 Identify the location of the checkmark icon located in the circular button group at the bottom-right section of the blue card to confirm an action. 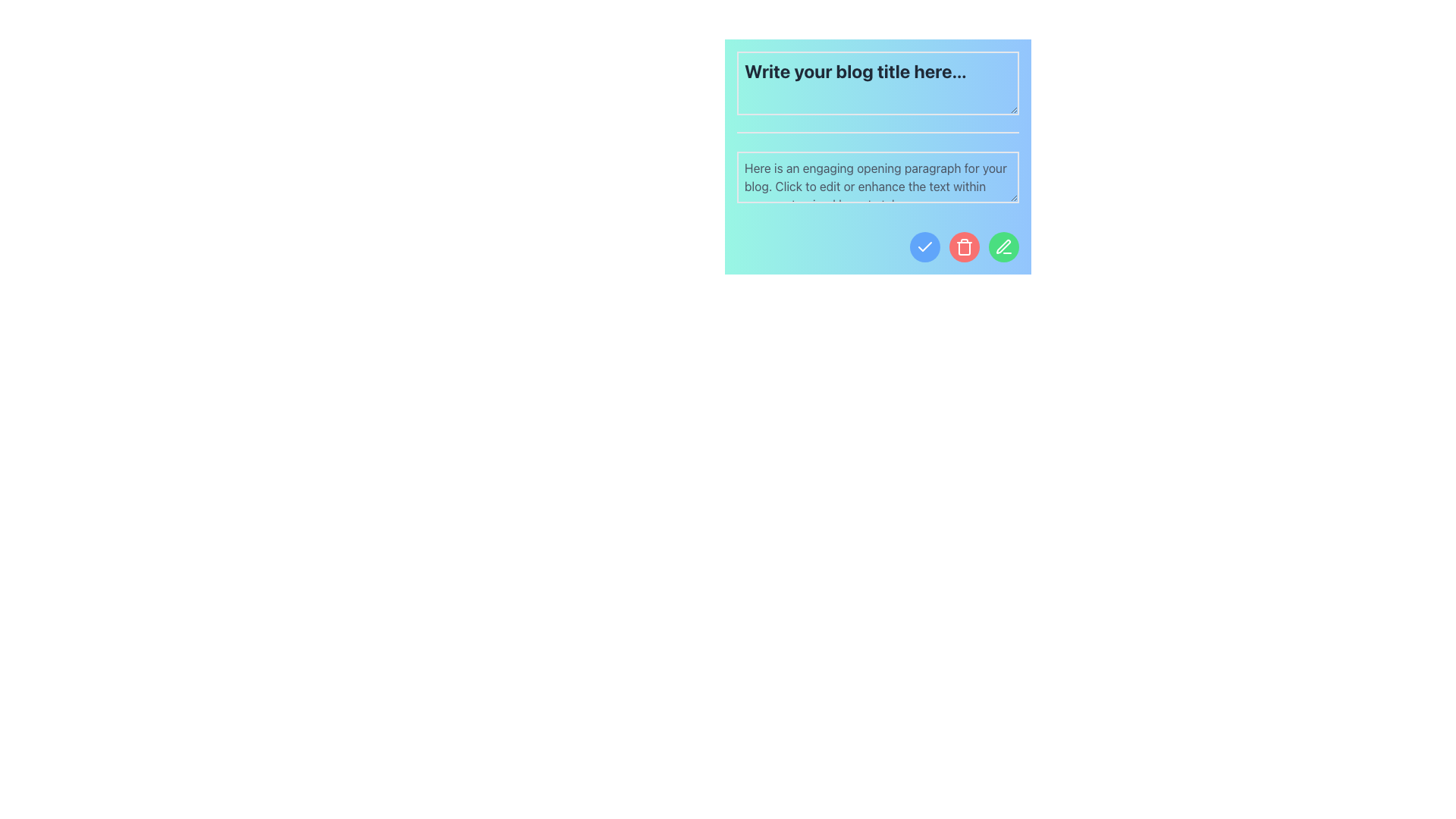
(924, 245).